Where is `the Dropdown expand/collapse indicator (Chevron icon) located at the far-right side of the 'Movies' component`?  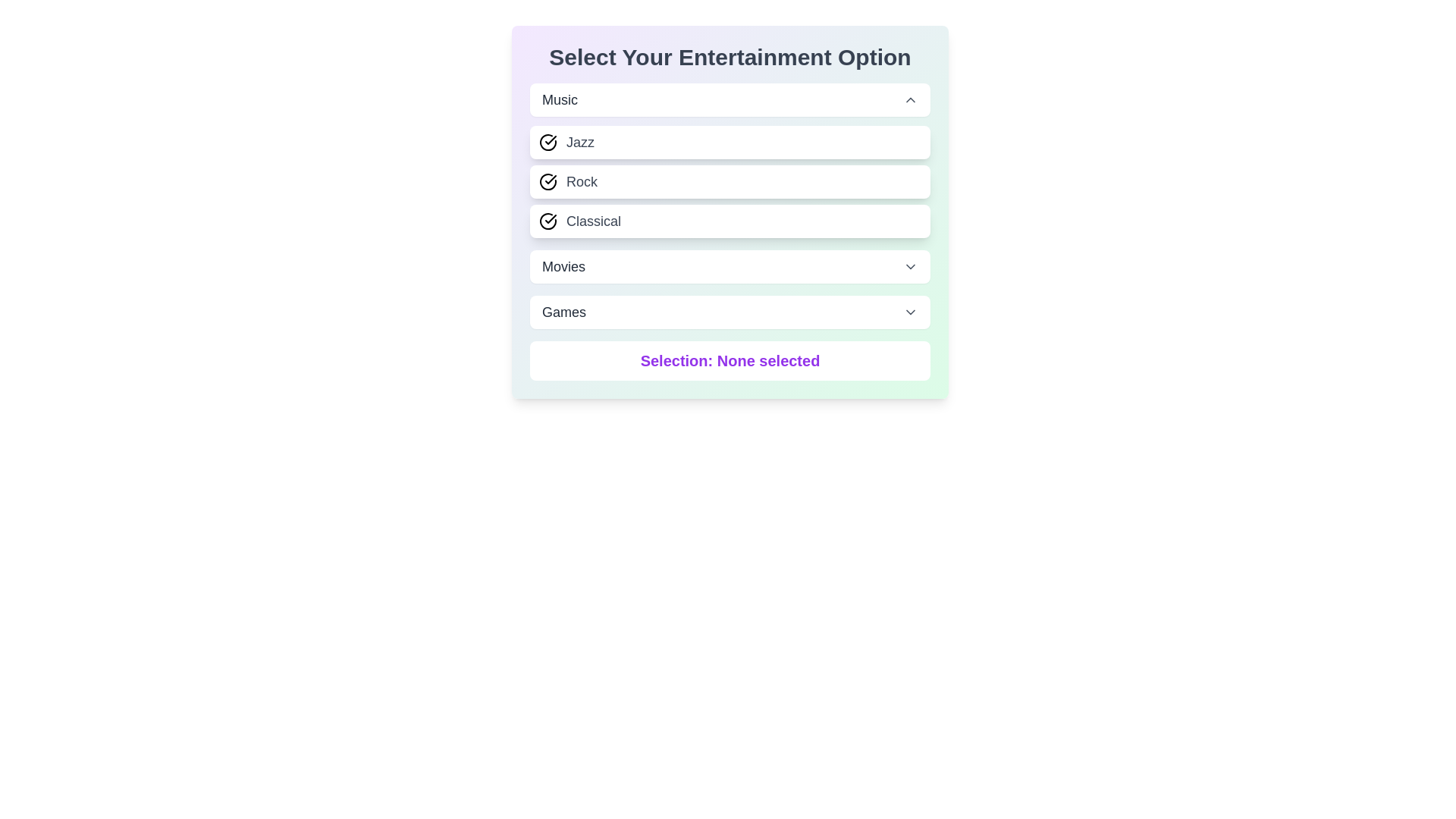
the Dropdown expand/collapse indicator (Chevron icon) located at the far-right side of the 'Movies' component is located at coordinates (910, 265).